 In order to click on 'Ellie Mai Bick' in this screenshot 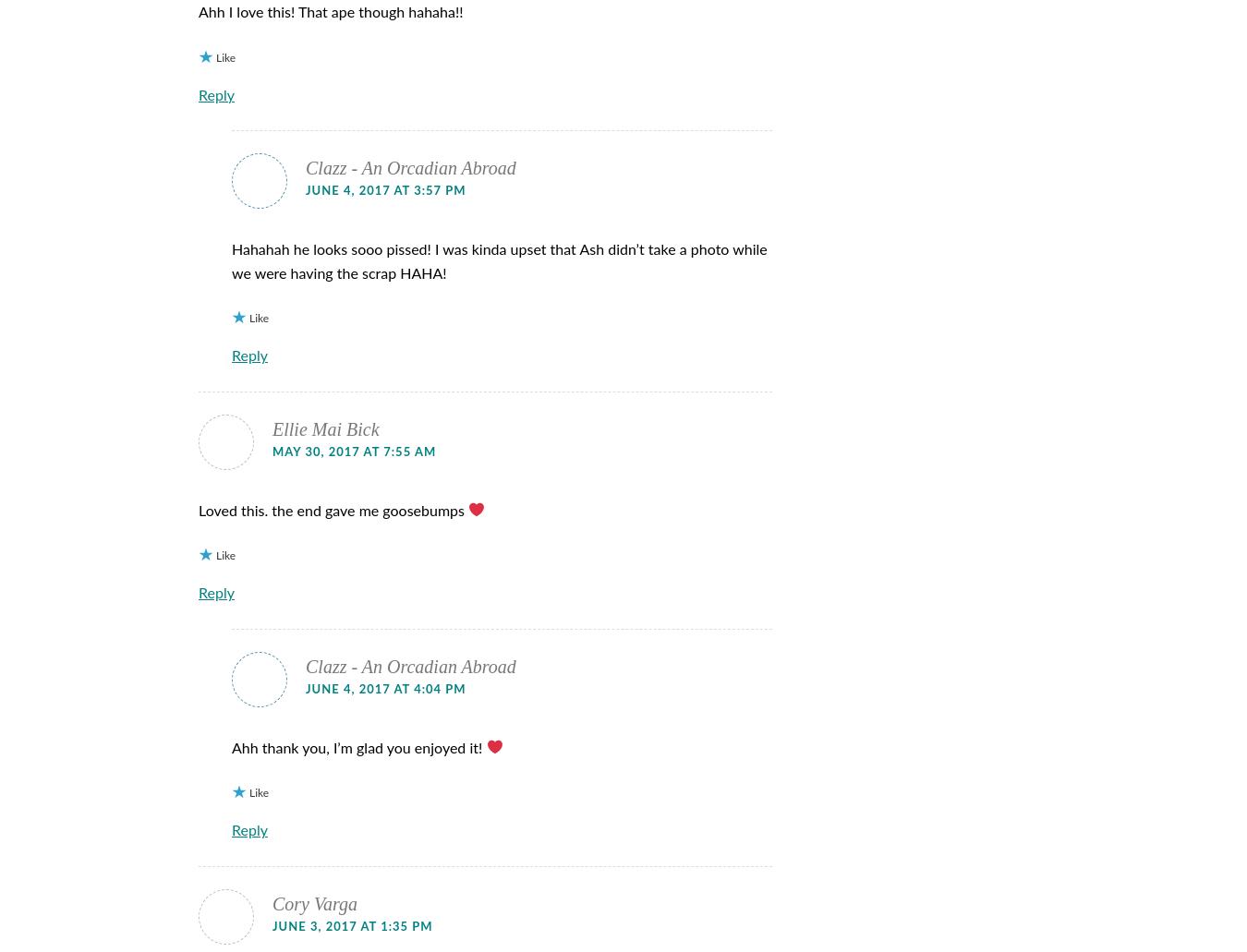, I will do `click(325, 428)`.